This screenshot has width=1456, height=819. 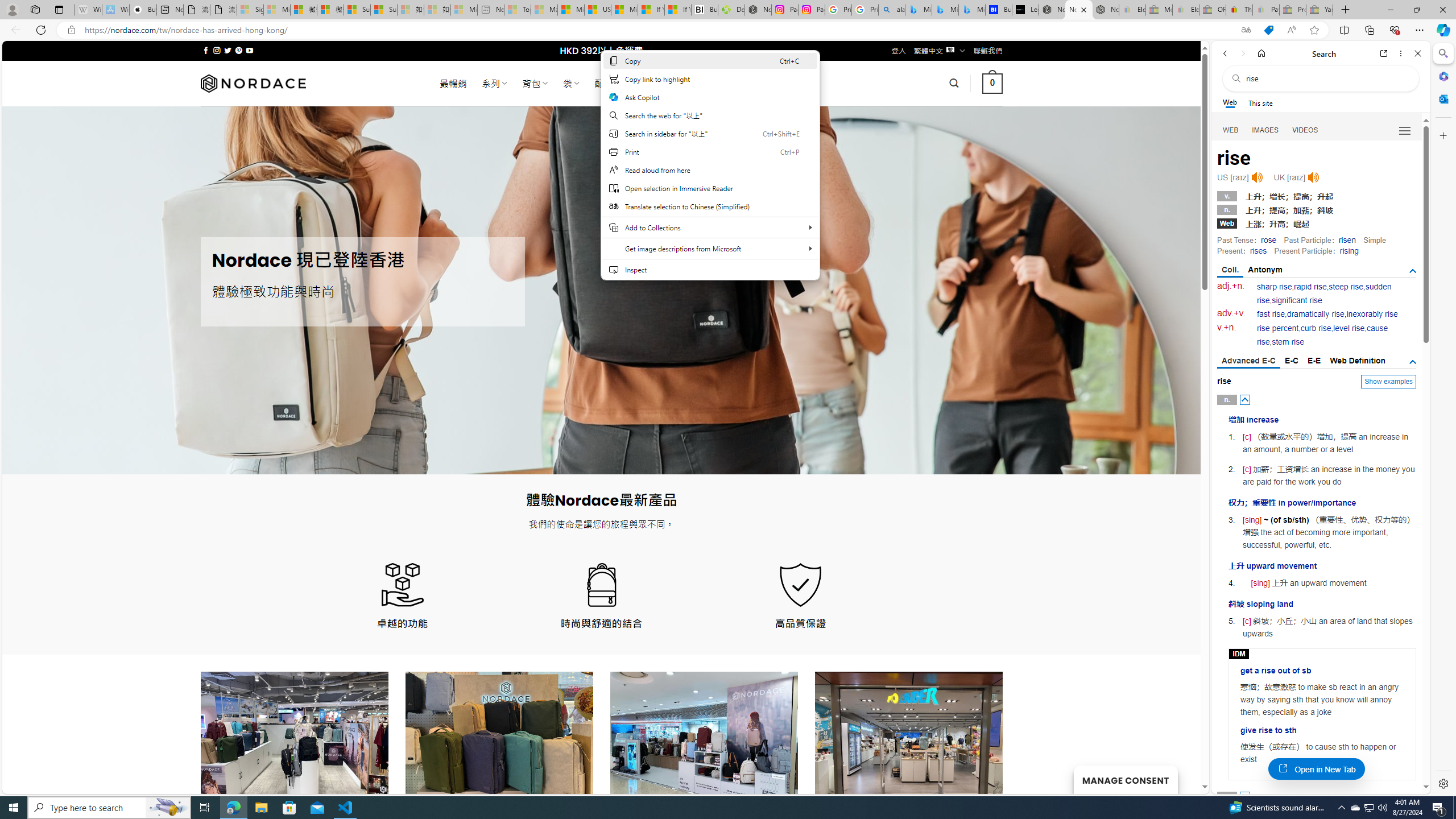 What do you see at coordinates (1265, 129) in the screenshot?
I see `'Search Filter, IMAGES'` at bounding box center [1265, 129].